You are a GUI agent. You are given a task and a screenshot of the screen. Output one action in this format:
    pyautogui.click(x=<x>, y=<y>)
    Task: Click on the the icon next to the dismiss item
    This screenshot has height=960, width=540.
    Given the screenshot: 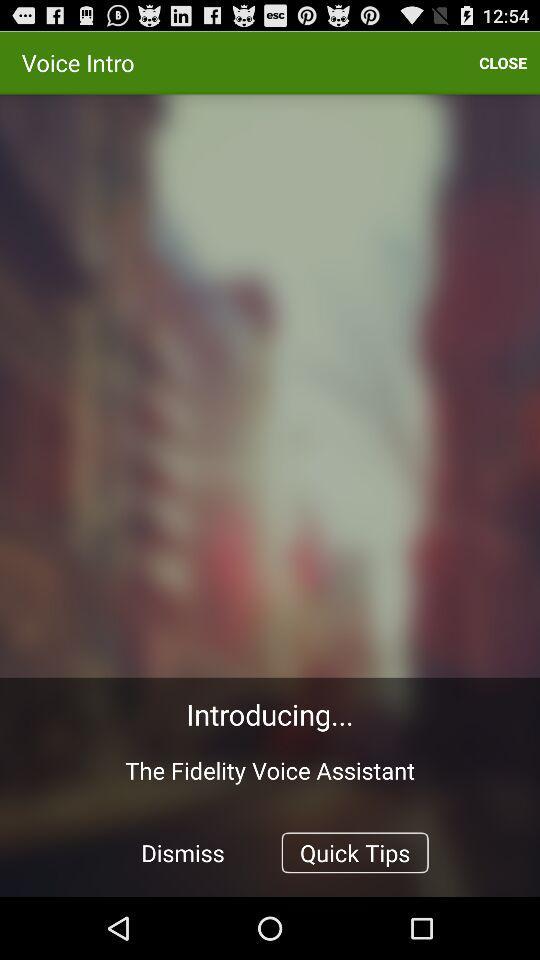 What is the action you would take?
    pyautogui.click(x=354, y=851)
    